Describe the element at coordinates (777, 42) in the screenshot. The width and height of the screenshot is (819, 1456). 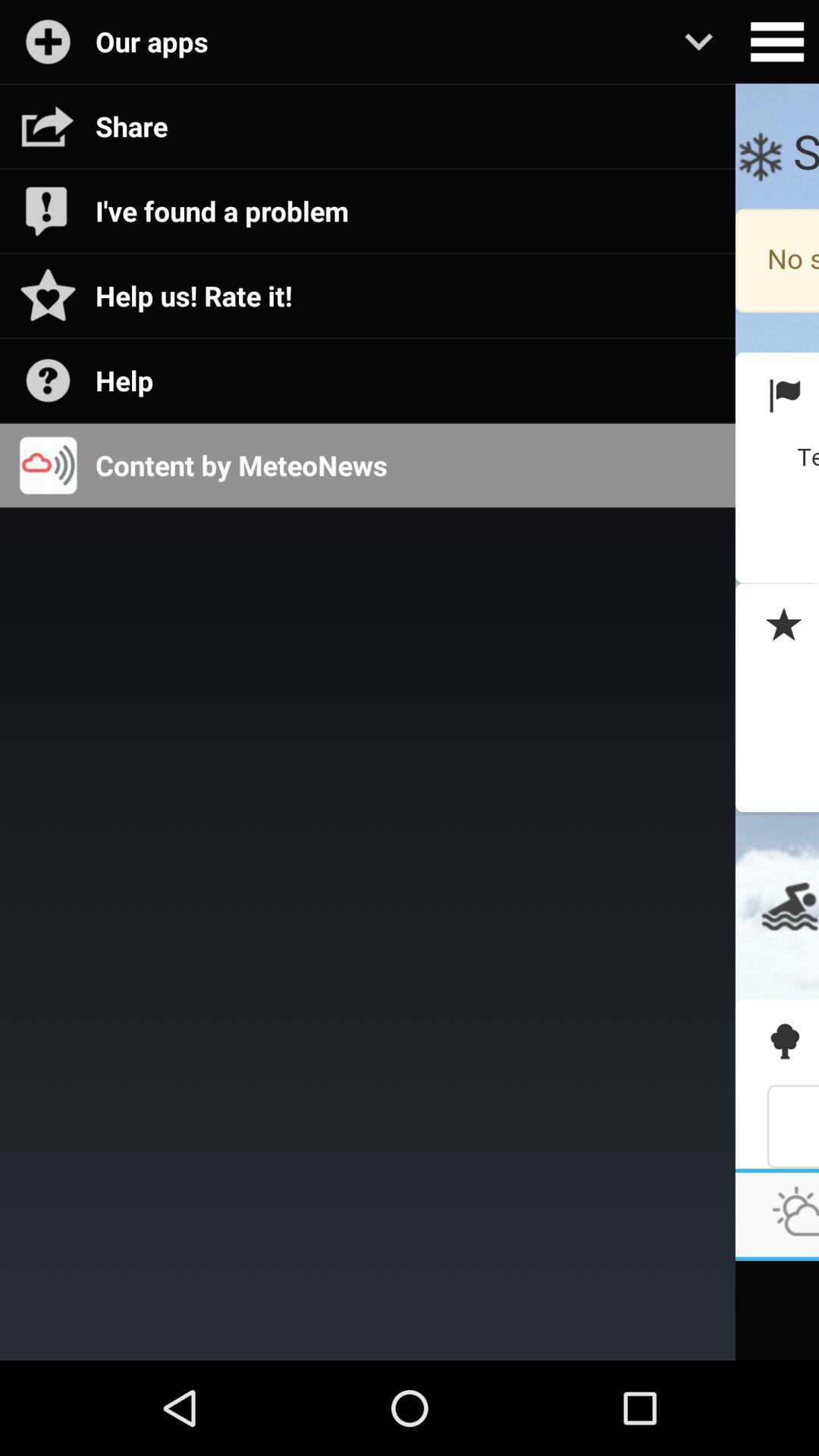
I see `menu` at that location.